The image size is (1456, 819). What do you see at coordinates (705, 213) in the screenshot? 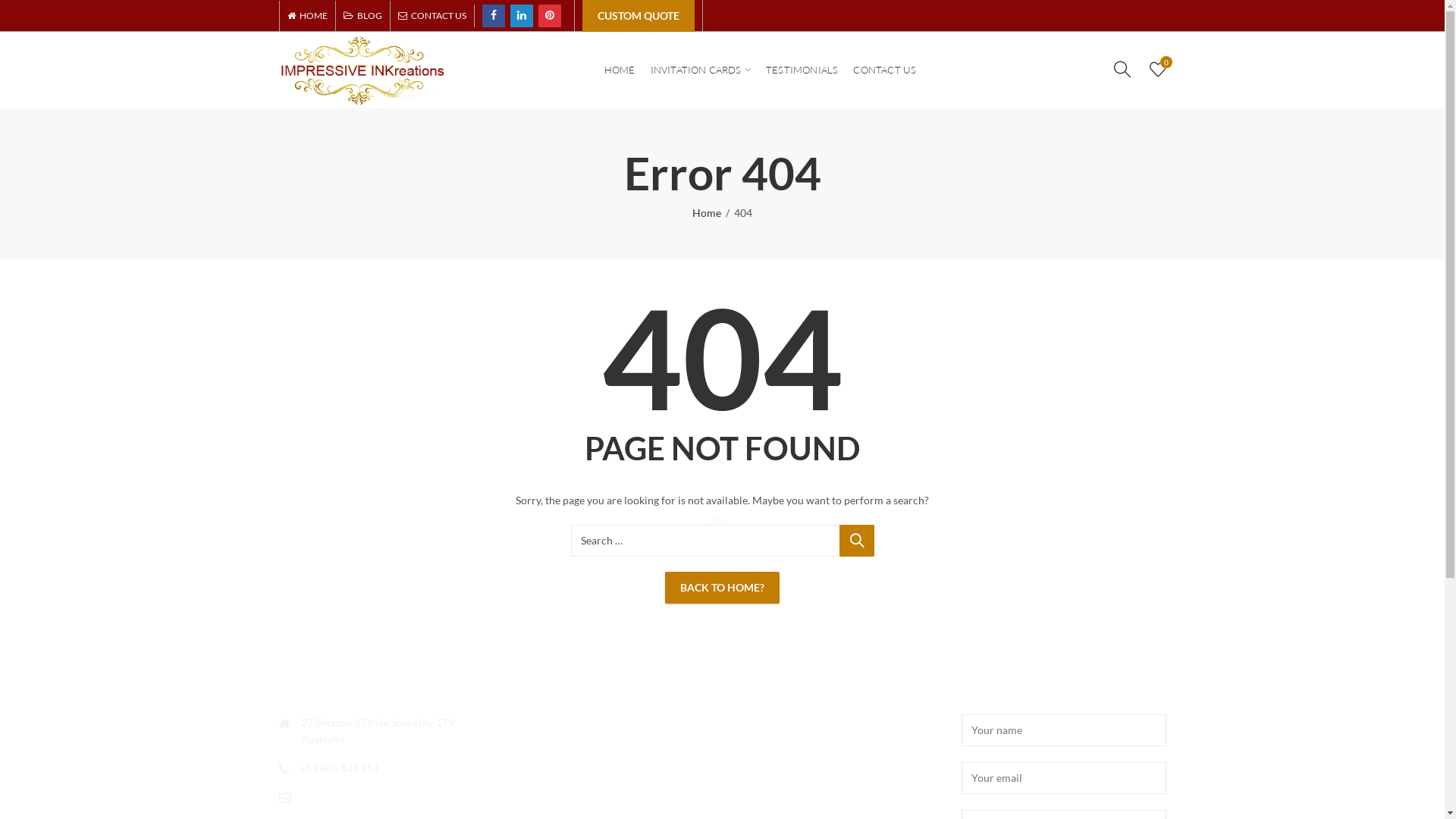
I see `'Home'` at bounding box center [705, 213].